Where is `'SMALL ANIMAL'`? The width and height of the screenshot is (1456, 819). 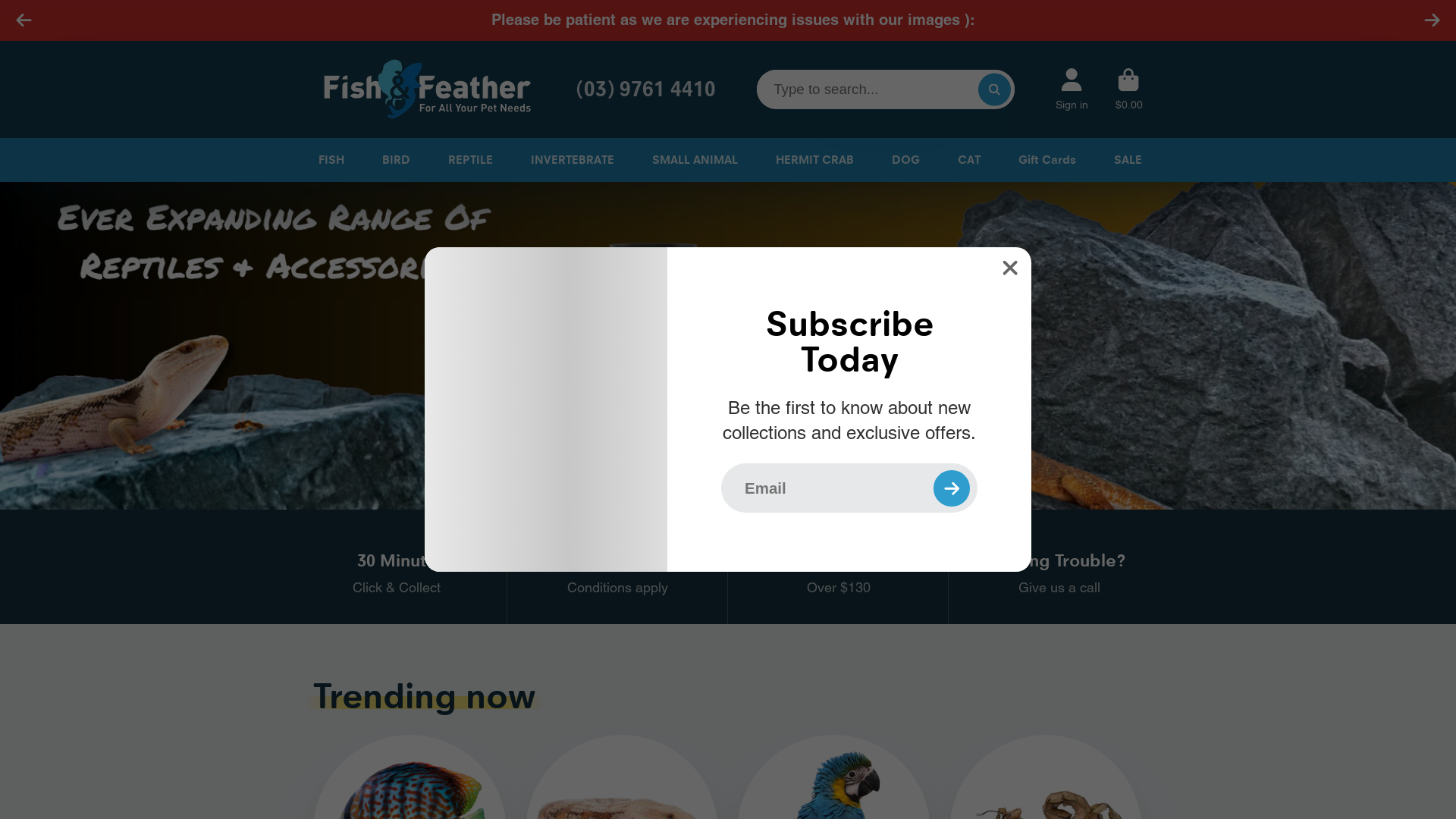 'SMALL ANIMAL' is located at coordinates (692, 160).